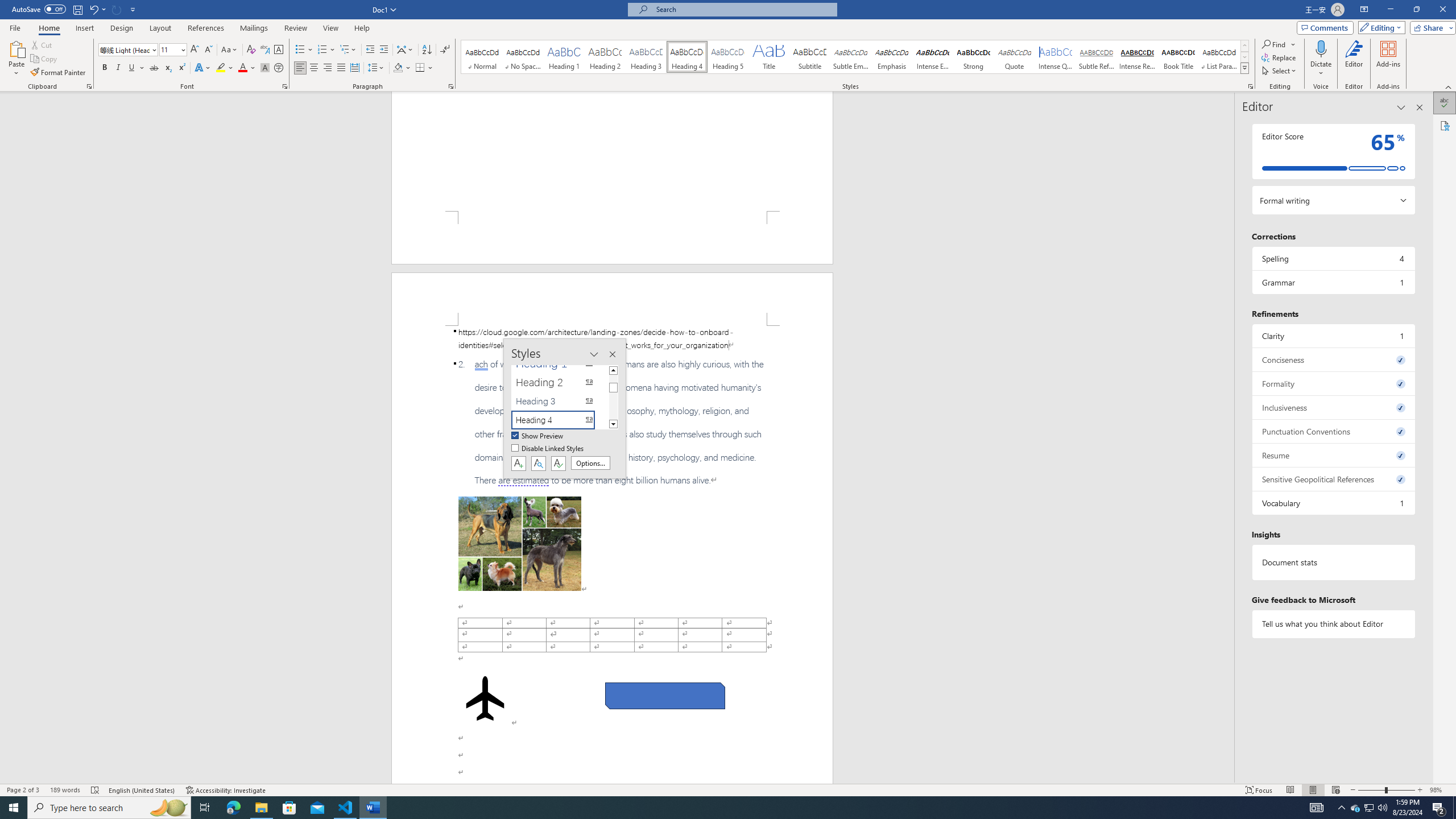 The image size is (1456, 819). What do you see at coordinates (253, 28) in the screenshot?
I see `'Mailings'` at bounding box center [253, 28].